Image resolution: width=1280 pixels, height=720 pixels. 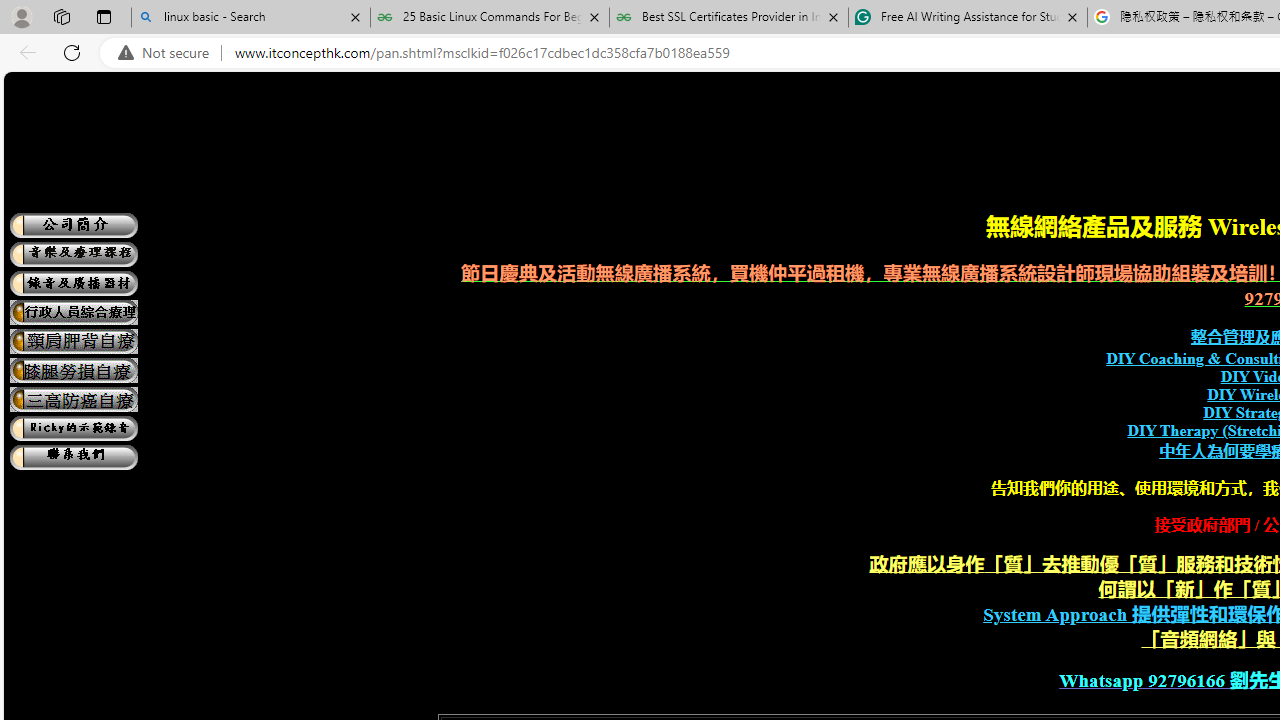 What do you see at coordinates (168, 52) in the screenshot?
I see `'Not secure'` at bounding box center [168, 52].